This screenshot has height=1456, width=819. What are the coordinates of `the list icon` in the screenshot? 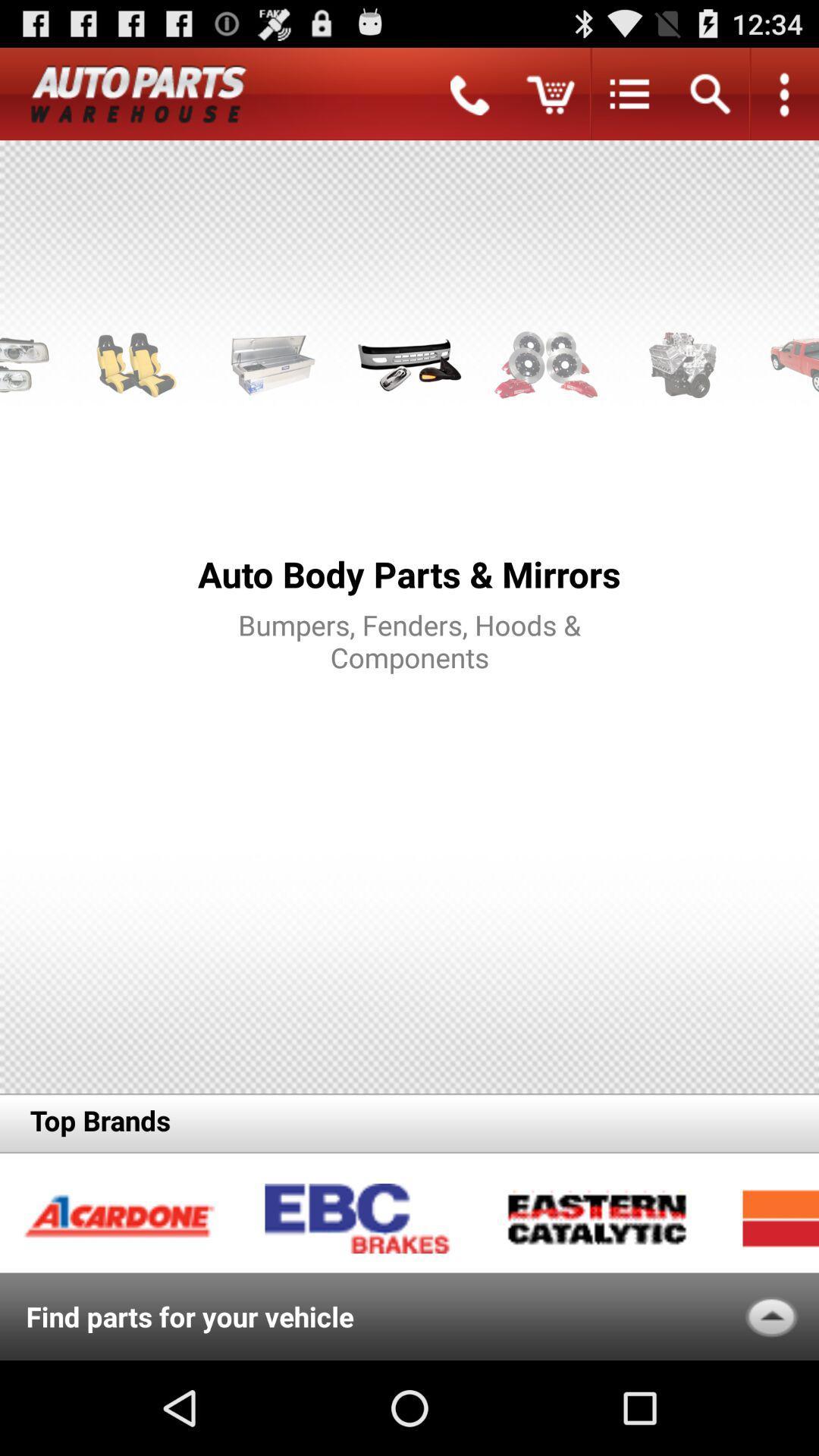 It's located at (629, 99).